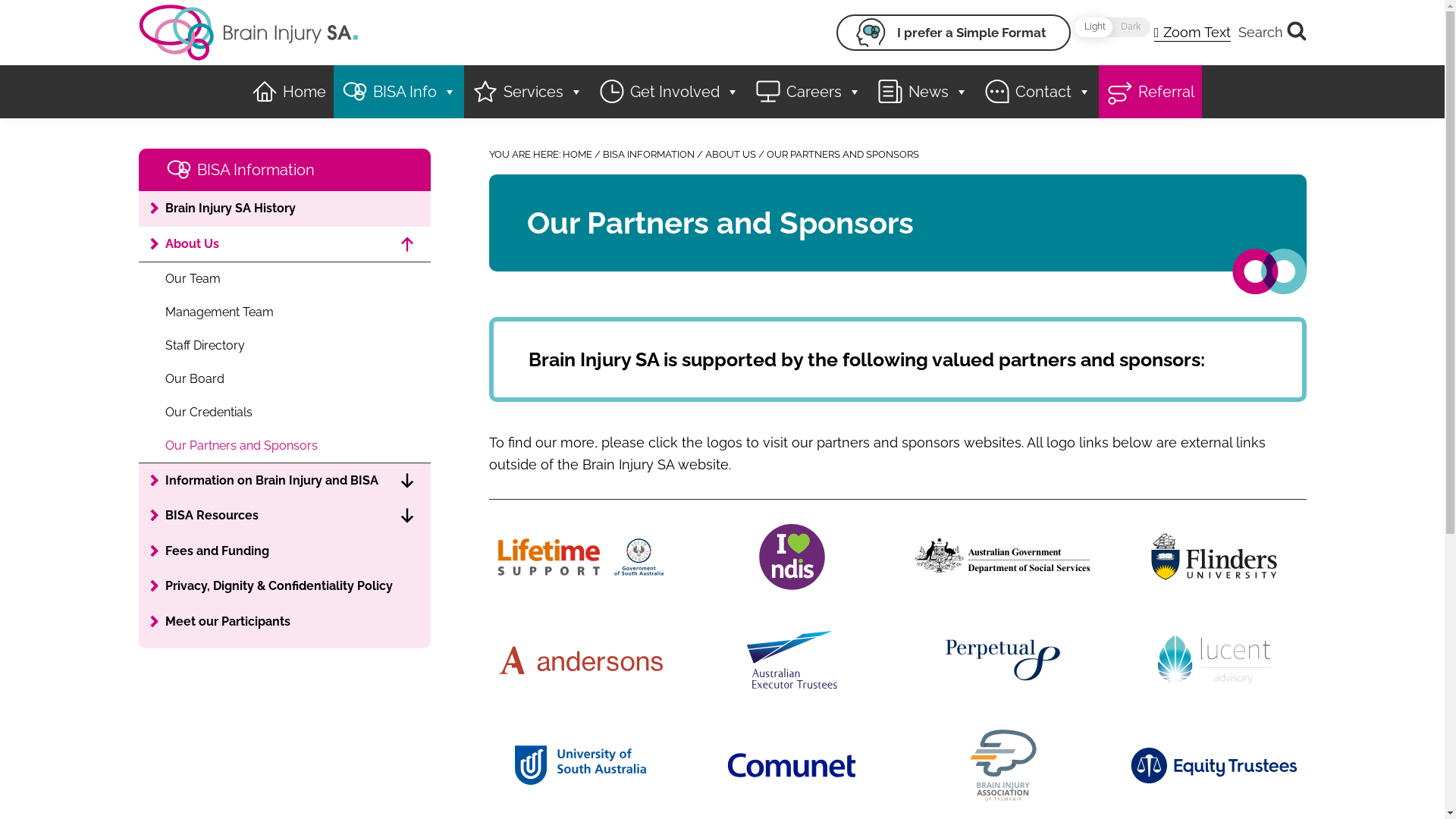 This screenshot has width=1456, height=819. What do you see at coordinates (399, 91) in the screenshot?
I see `'BISA Info'` at bounding box center [399, 91].